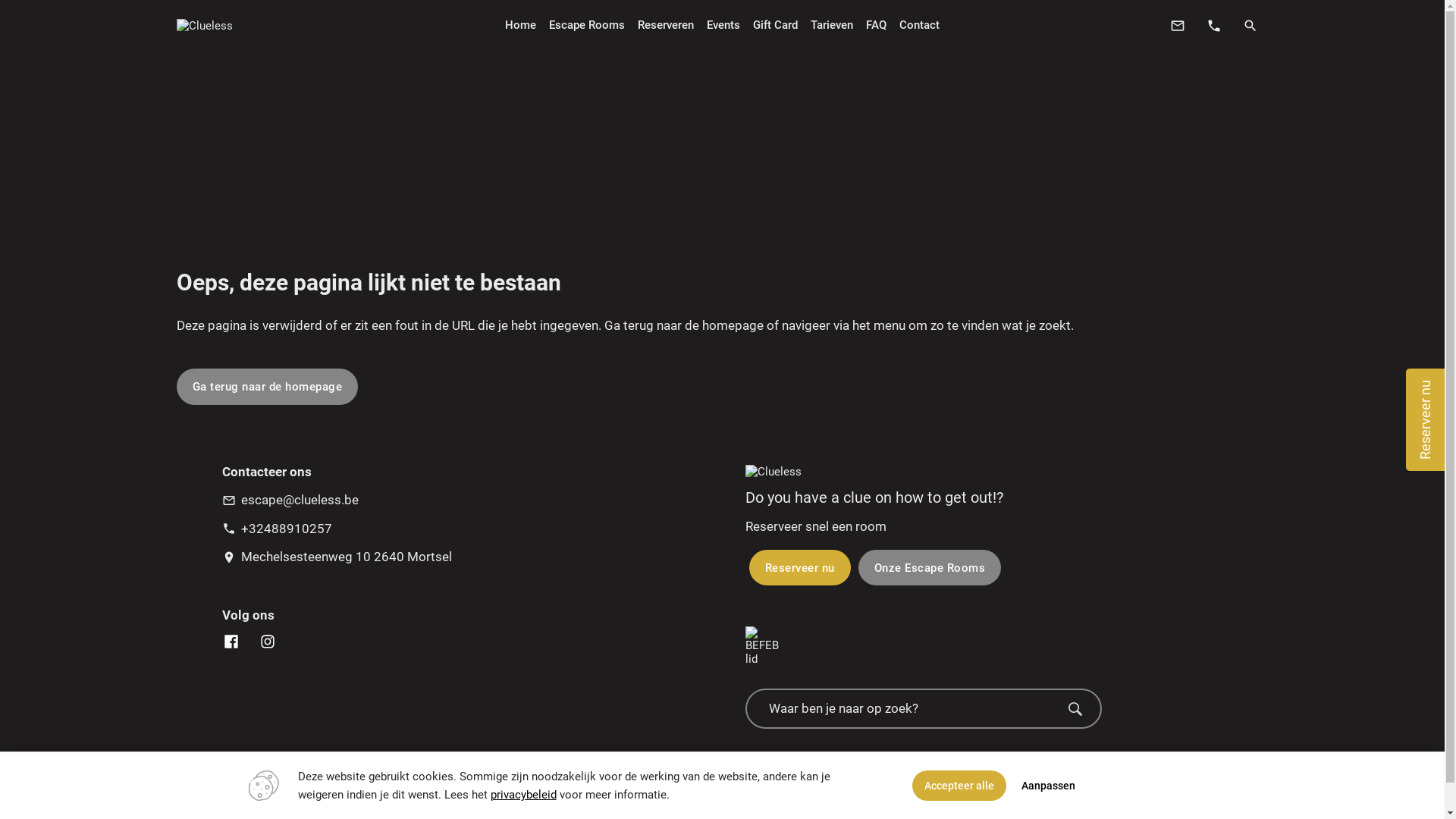 The height and width of the screenshot is (819, 1456). What do you see at coordinates (723, 24) in the screenshot?
I see `'Events'` at bounding box center [723, 24].